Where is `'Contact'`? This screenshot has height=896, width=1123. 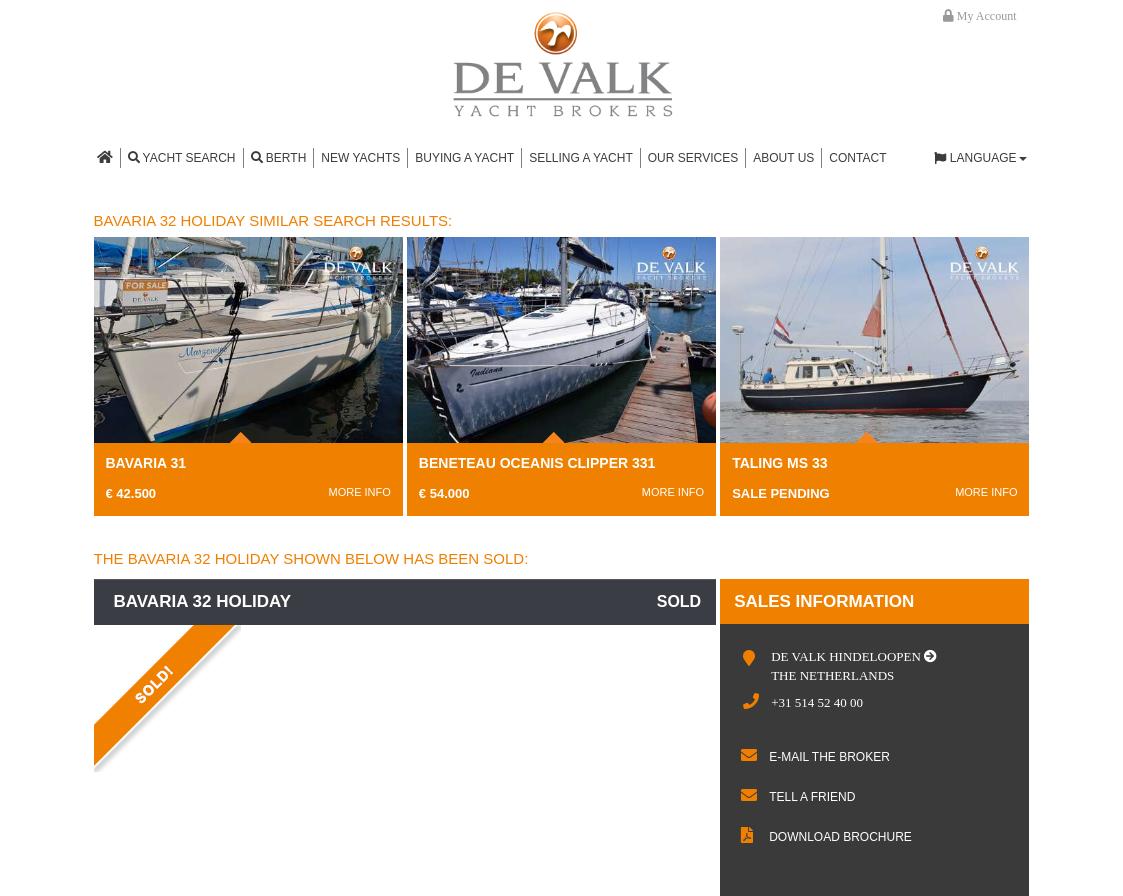 'Contact' is located at coordinates (856, 157).